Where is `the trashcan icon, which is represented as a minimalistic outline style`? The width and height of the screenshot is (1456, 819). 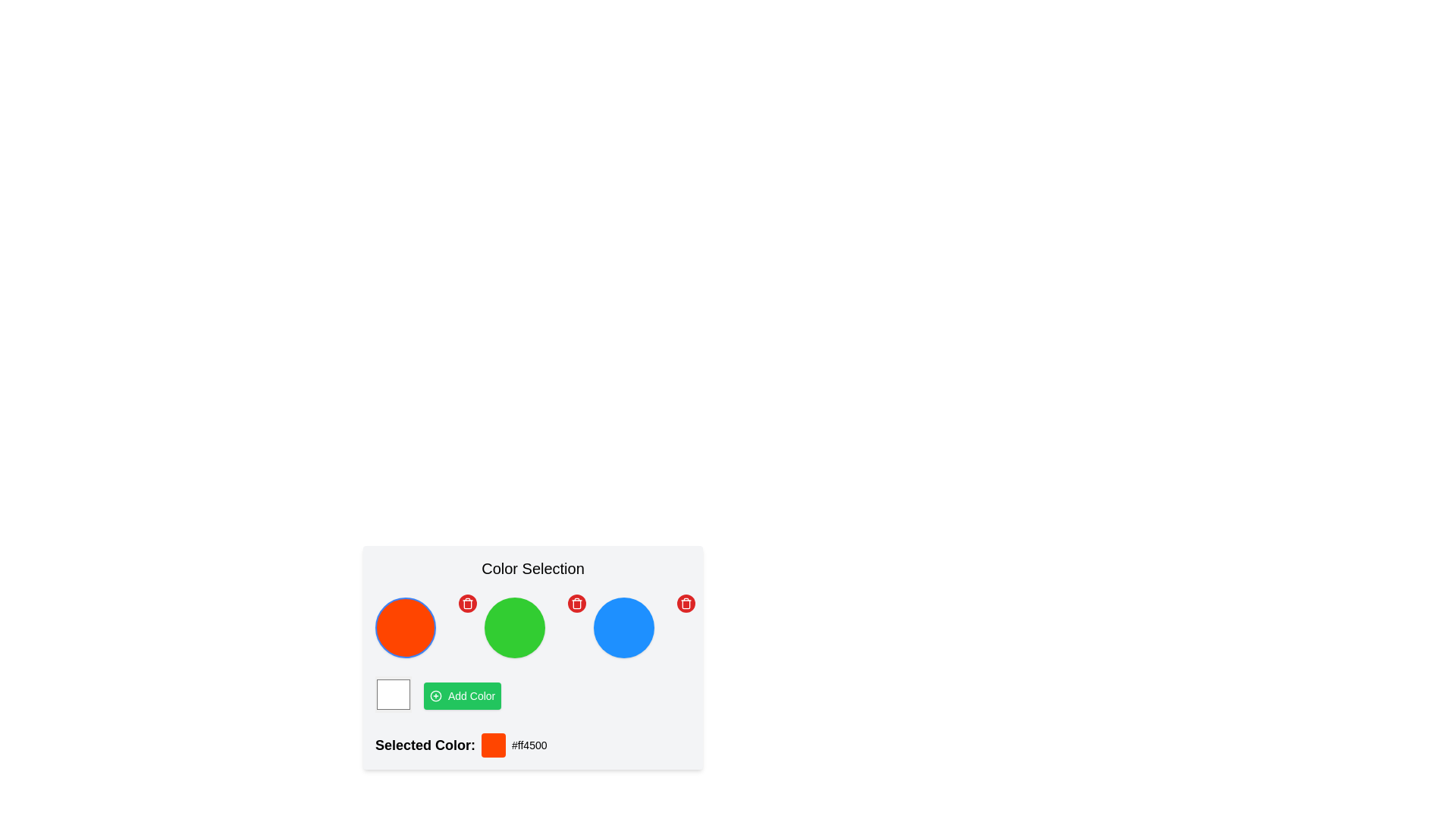
the trashcan icon, which is represented as a minimalistic outline style is located at coordinates (686, 602).